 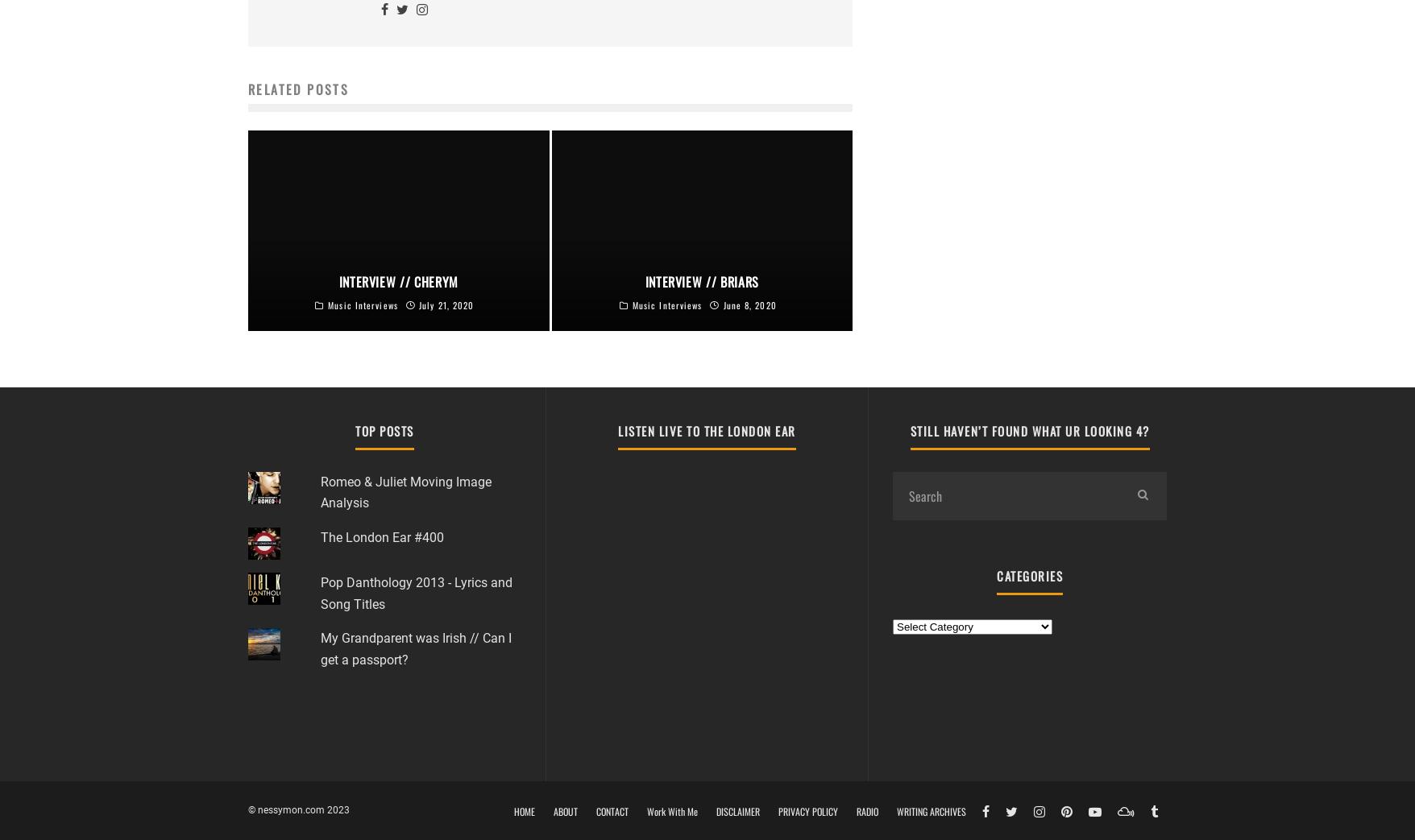 I want to click on 'Romeo & Juliet Moving Image Analysis', so click(x=405, y=490).